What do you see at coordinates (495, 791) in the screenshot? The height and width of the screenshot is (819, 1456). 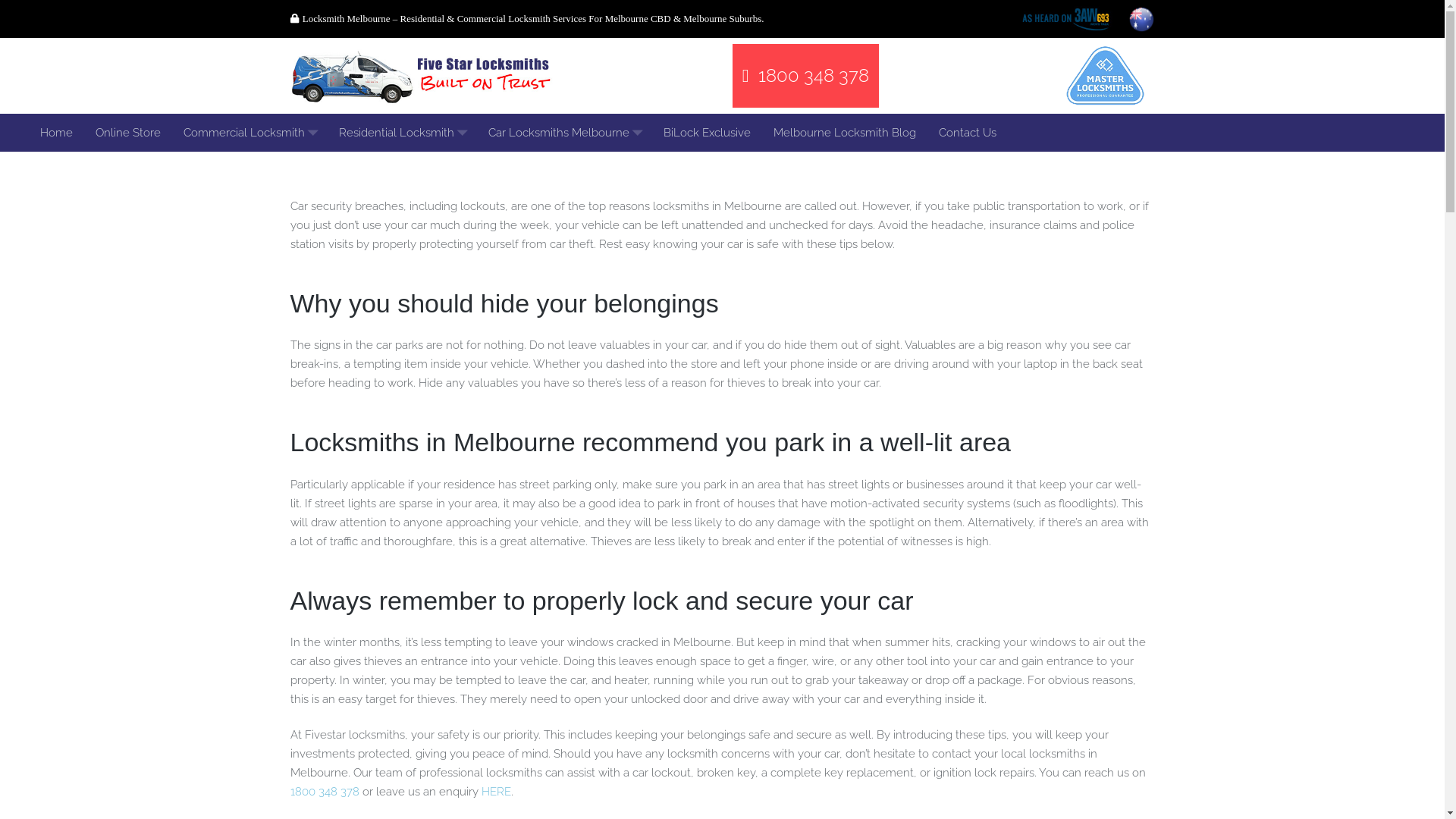 I see `'HERE'` at bounding box center [495, 791].